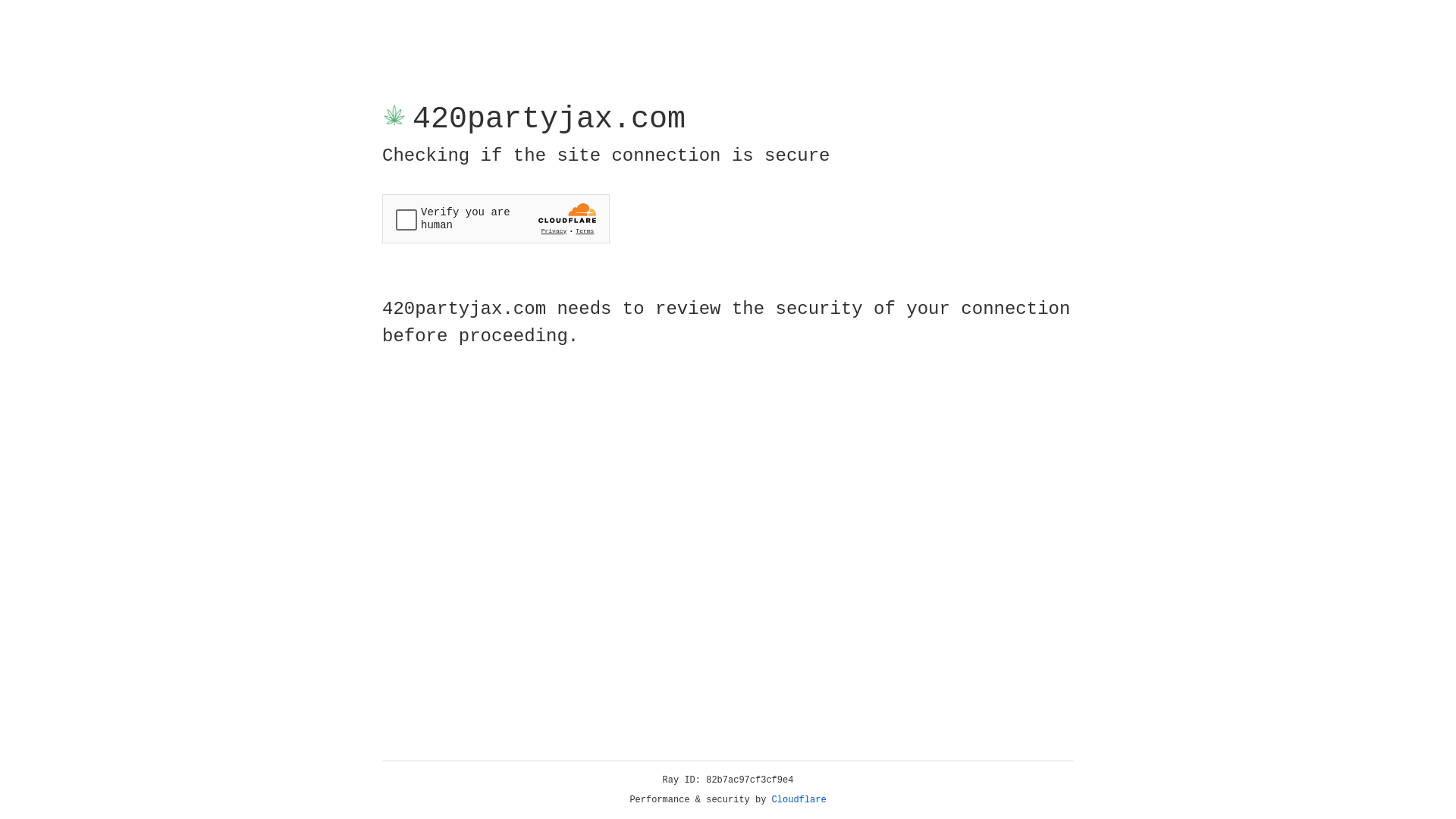 The width and height of the screenshot is (1456, 819). What do you see at coordinates (799, 799) in the screenshot?
I see `'Cloudflare'` at bounding box center [799, 799].